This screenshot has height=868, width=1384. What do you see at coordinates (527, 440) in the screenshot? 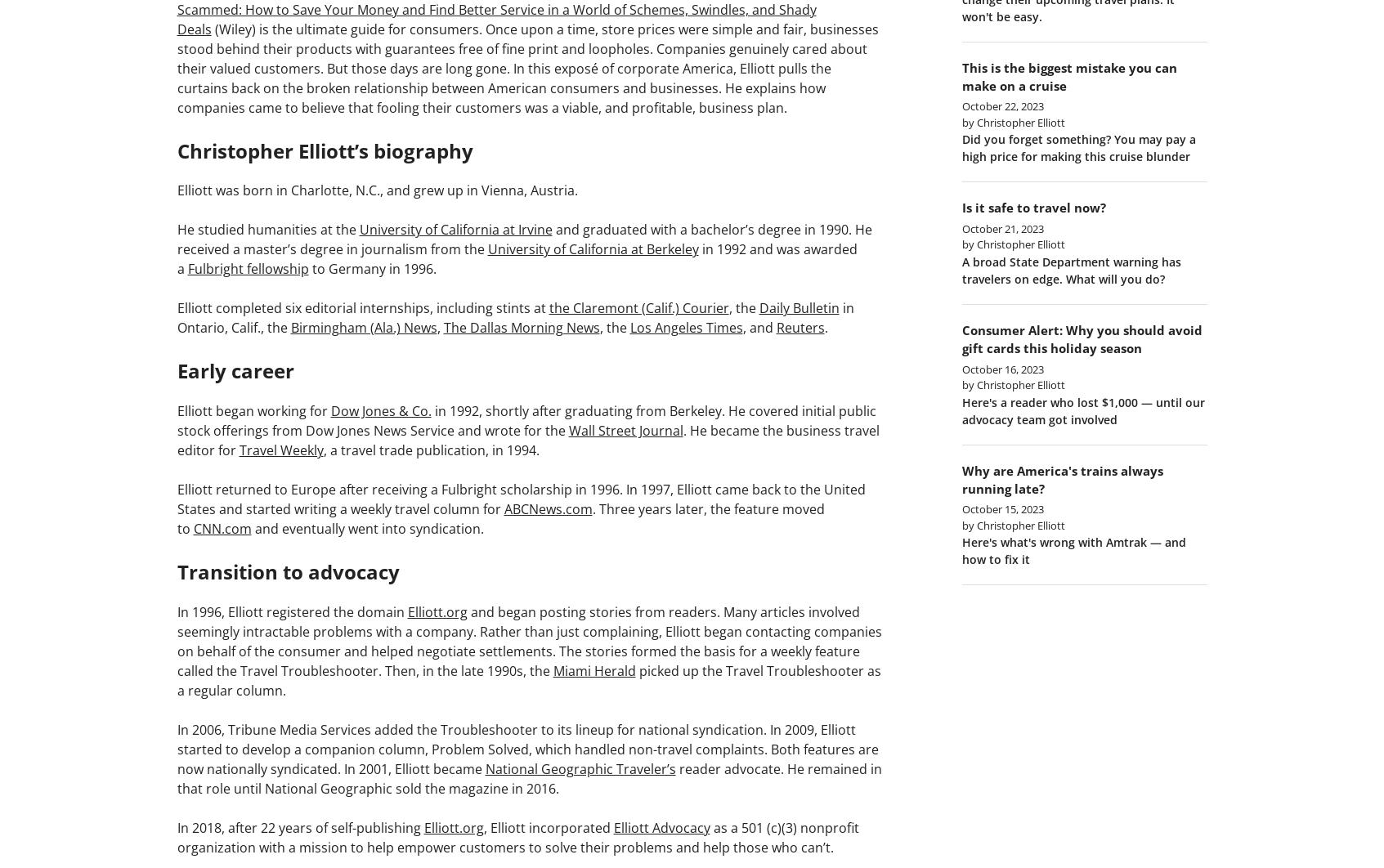
I see `'. He became the business travel editor for'` at bounding box center [527, 440].